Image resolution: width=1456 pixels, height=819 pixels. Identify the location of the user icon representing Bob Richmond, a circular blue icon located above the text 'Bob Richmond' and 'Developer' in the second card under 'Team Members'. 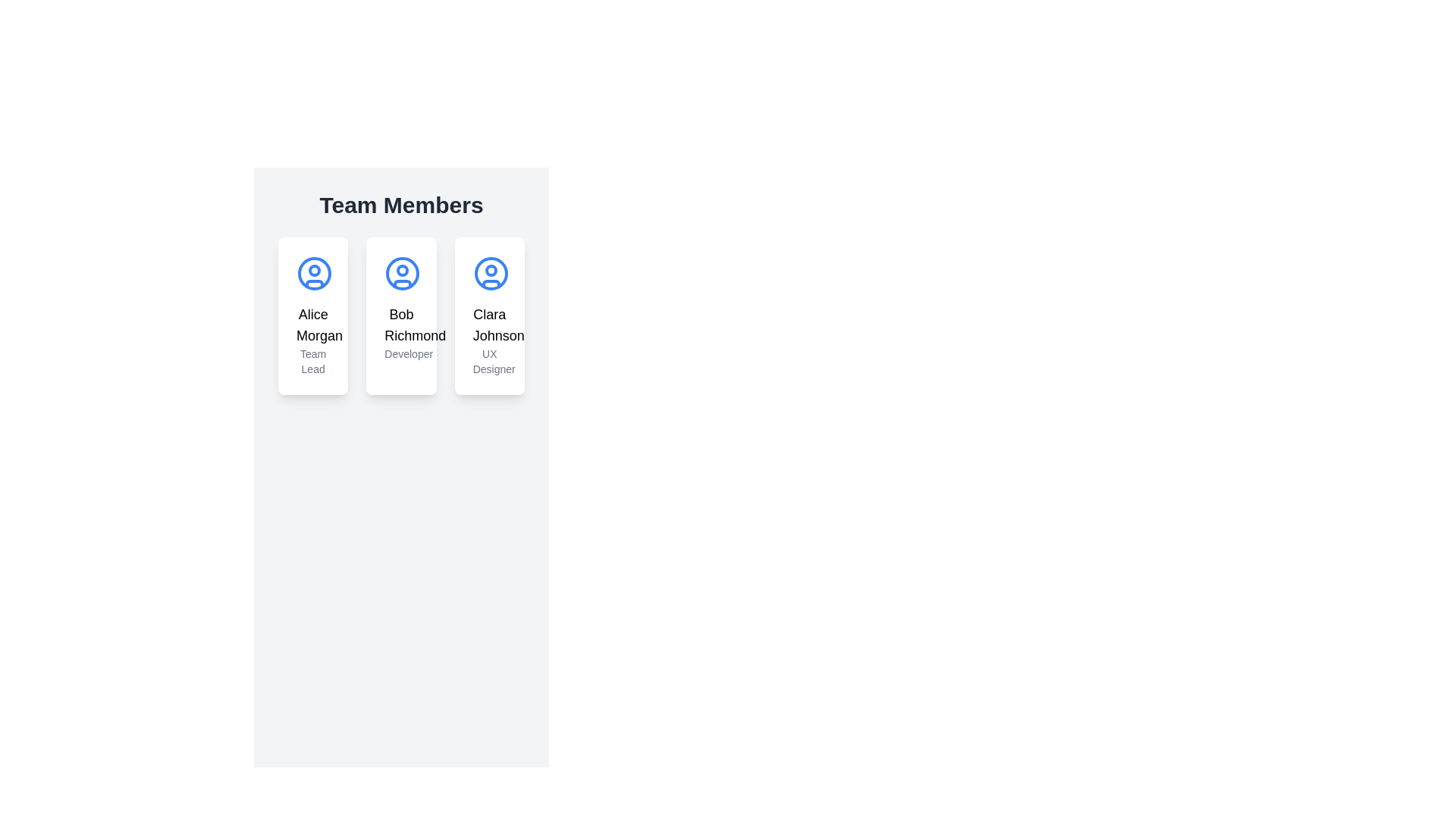
(403, 274).